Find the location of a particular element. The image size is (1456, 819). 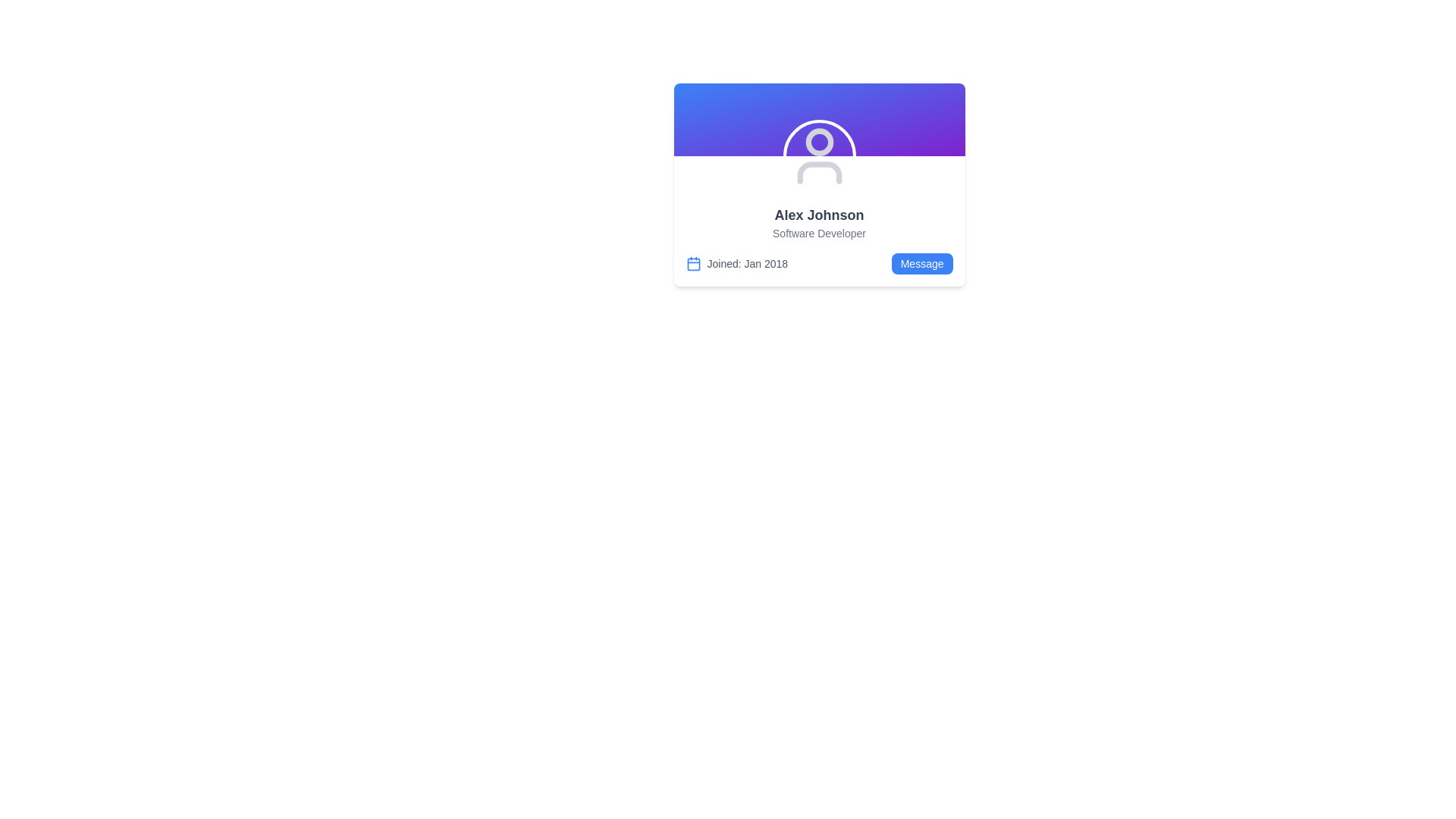

the small blue outlined calendar icon located to the left of the text 'Joined: Jan 2018' is located at coordinates (692, 262).